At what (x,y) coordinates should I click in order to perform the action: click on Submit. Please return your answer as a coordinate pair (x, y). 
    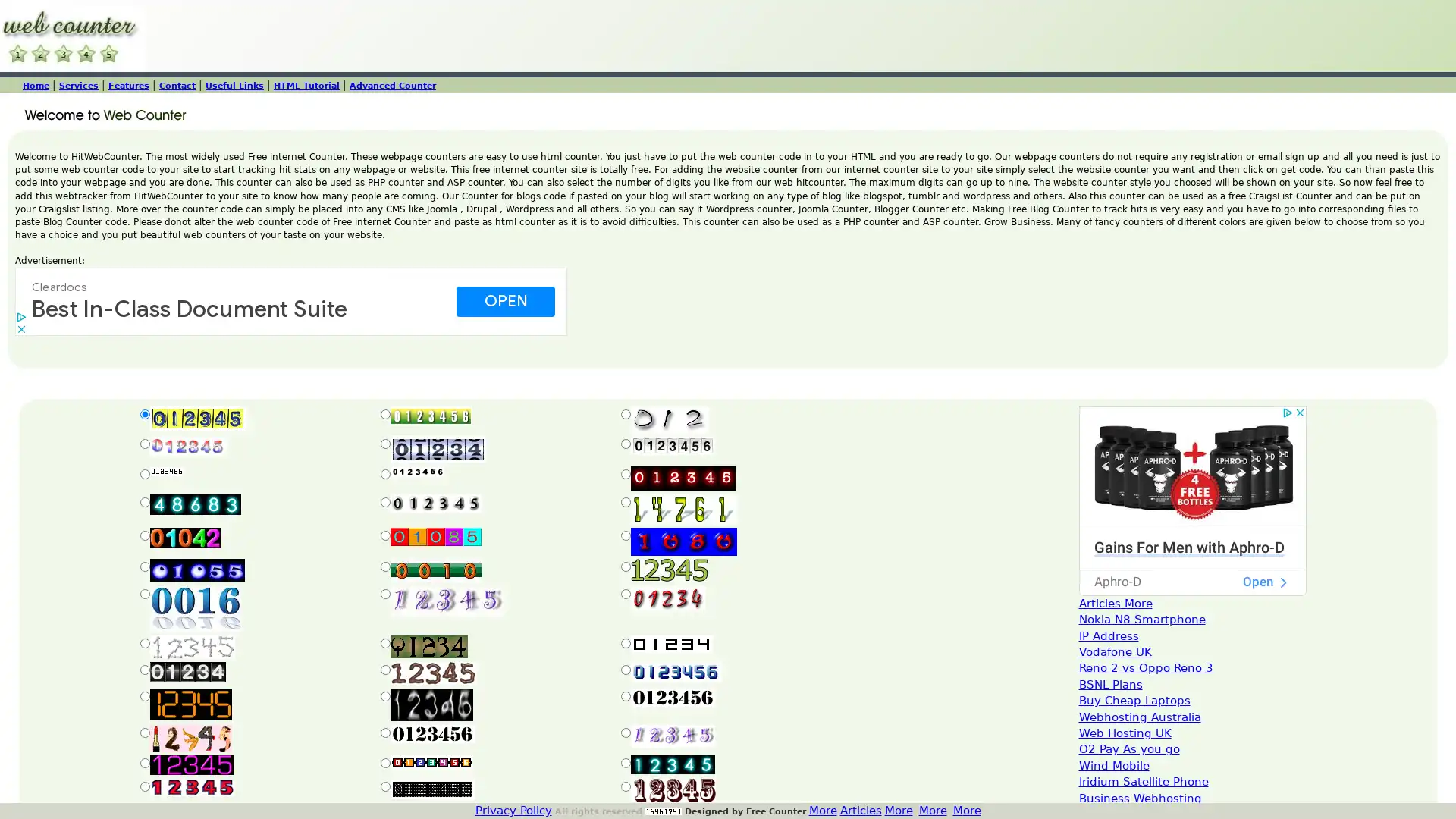
    Looking at the image, I should click on (435, 503).